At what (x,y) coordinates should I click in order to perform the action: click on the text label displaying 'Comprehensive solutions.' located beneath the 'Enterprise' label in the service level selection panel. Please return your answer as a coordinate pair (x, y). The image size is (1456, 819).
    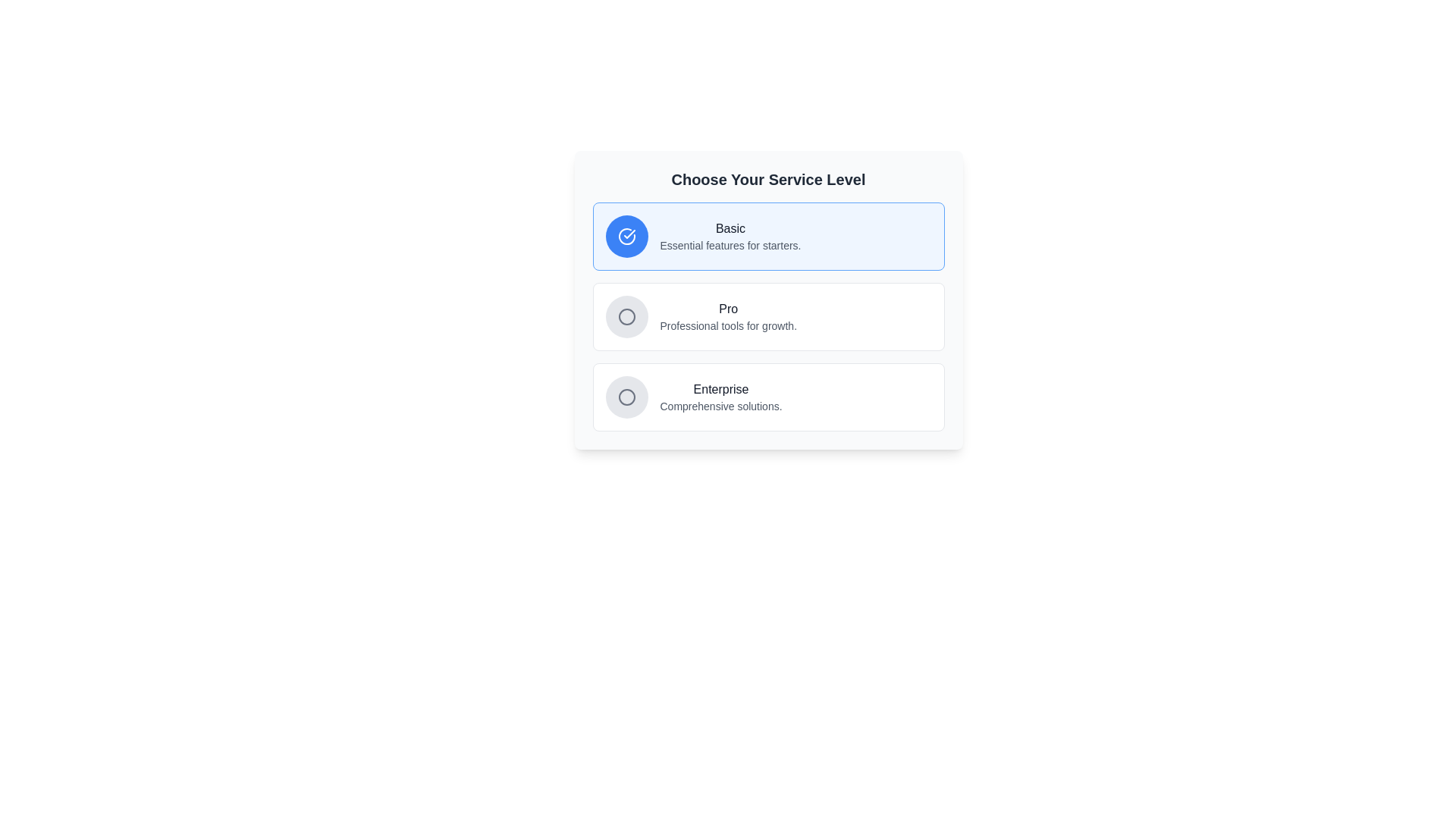
    Looking at the image, I should click on (720, 406).